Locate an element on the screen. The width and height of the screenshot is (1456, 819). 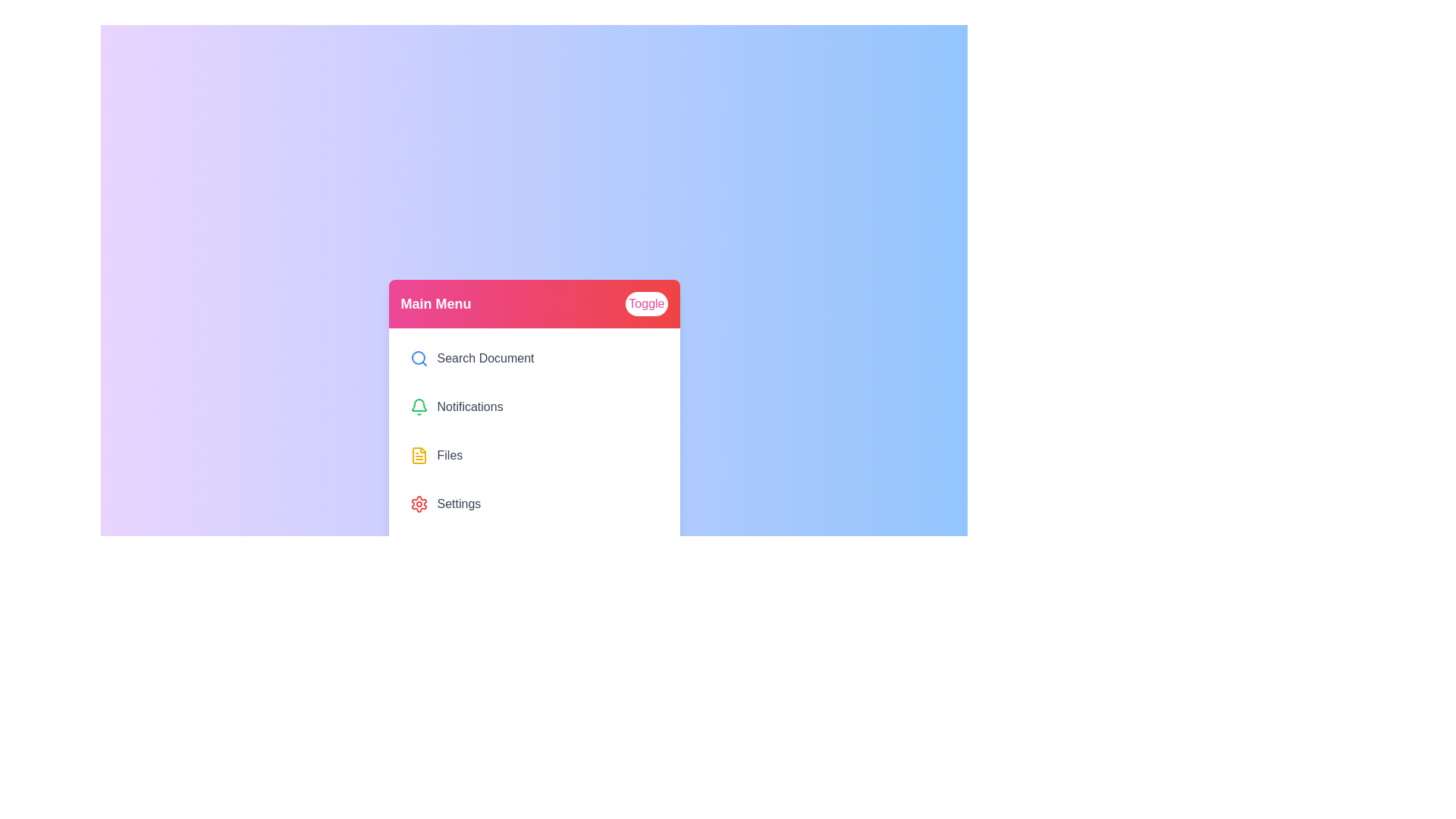
the menu item labeled 'Settings' to observe its hover effect is located at coordinates (534, 504).